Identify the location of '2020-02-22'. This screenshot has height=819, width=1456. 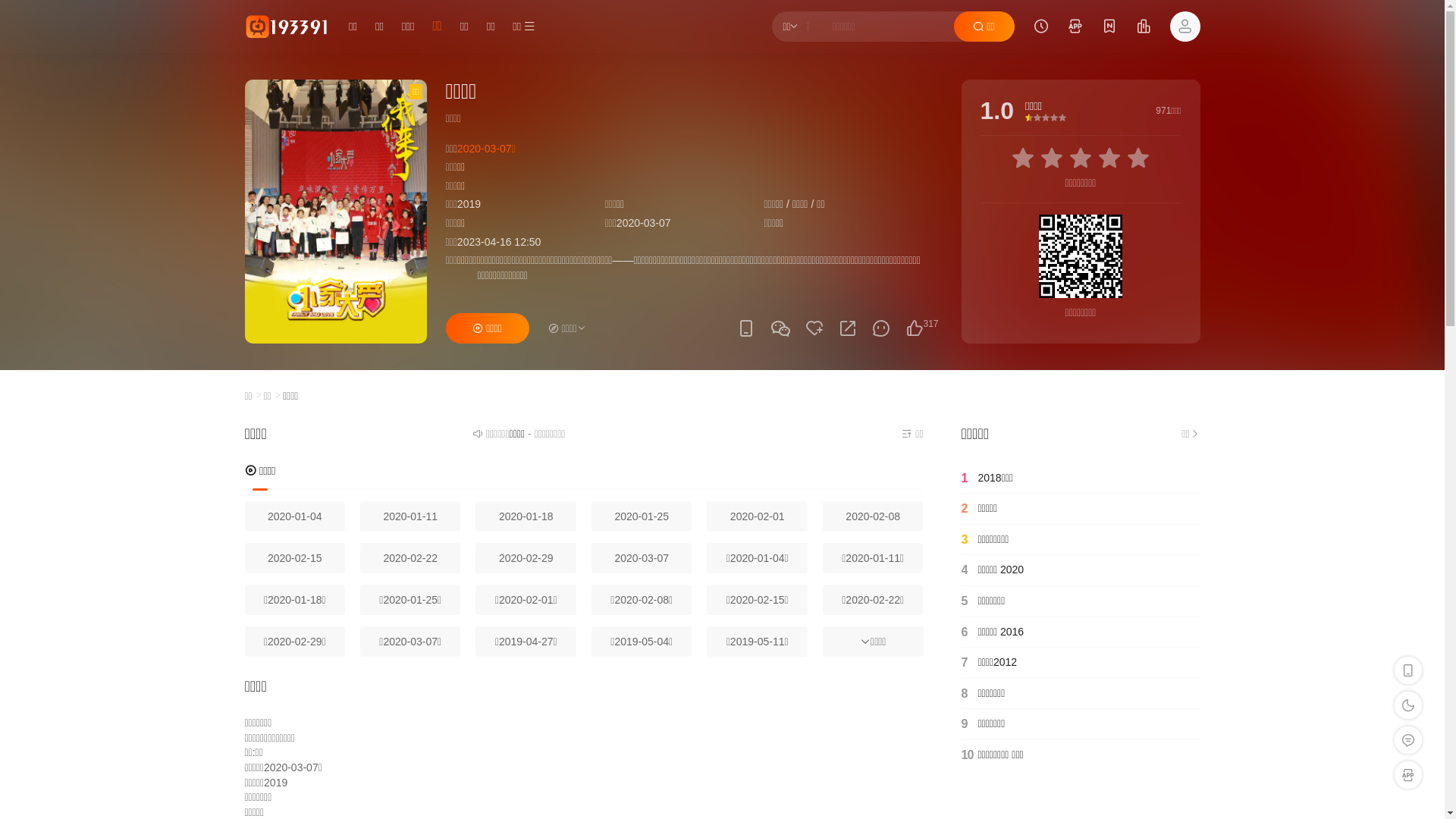
(359, 558).